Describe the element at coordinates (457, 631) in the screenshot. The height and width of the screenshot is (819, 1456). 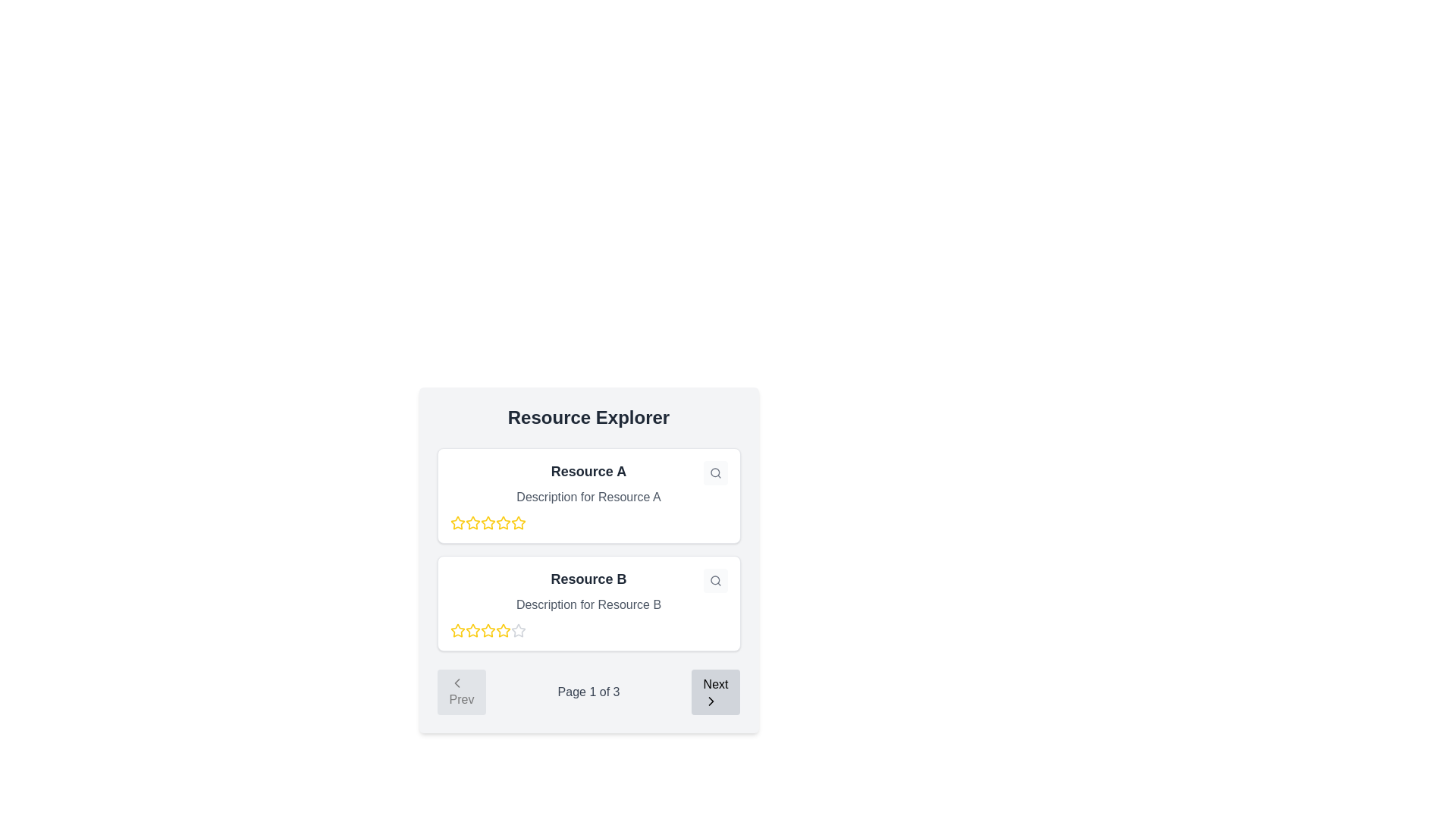
I see `the first yellow star-shaped rating icon for 'Resource B' located in the second row of the resource explorer` at that location.